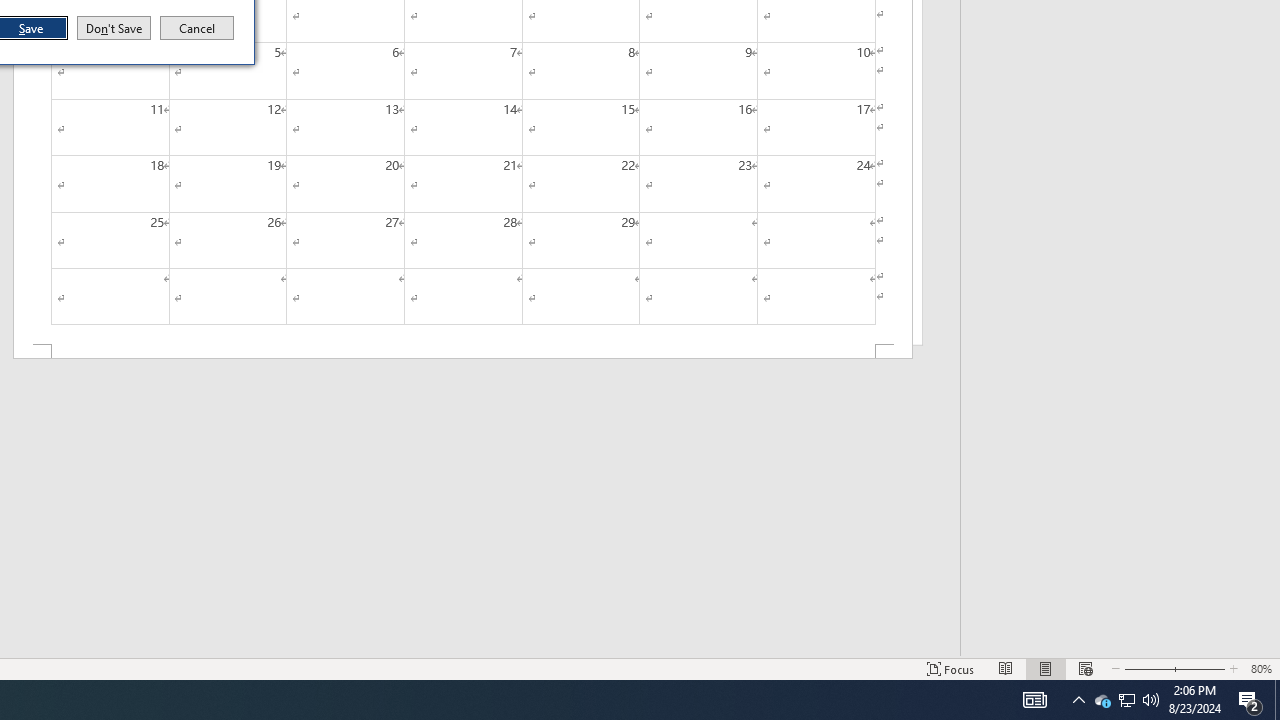  What do you see at coordinates (1151, 698) in the screenshot?
I see `'Q2790: 100%'` at bounding box center [1151, 698].